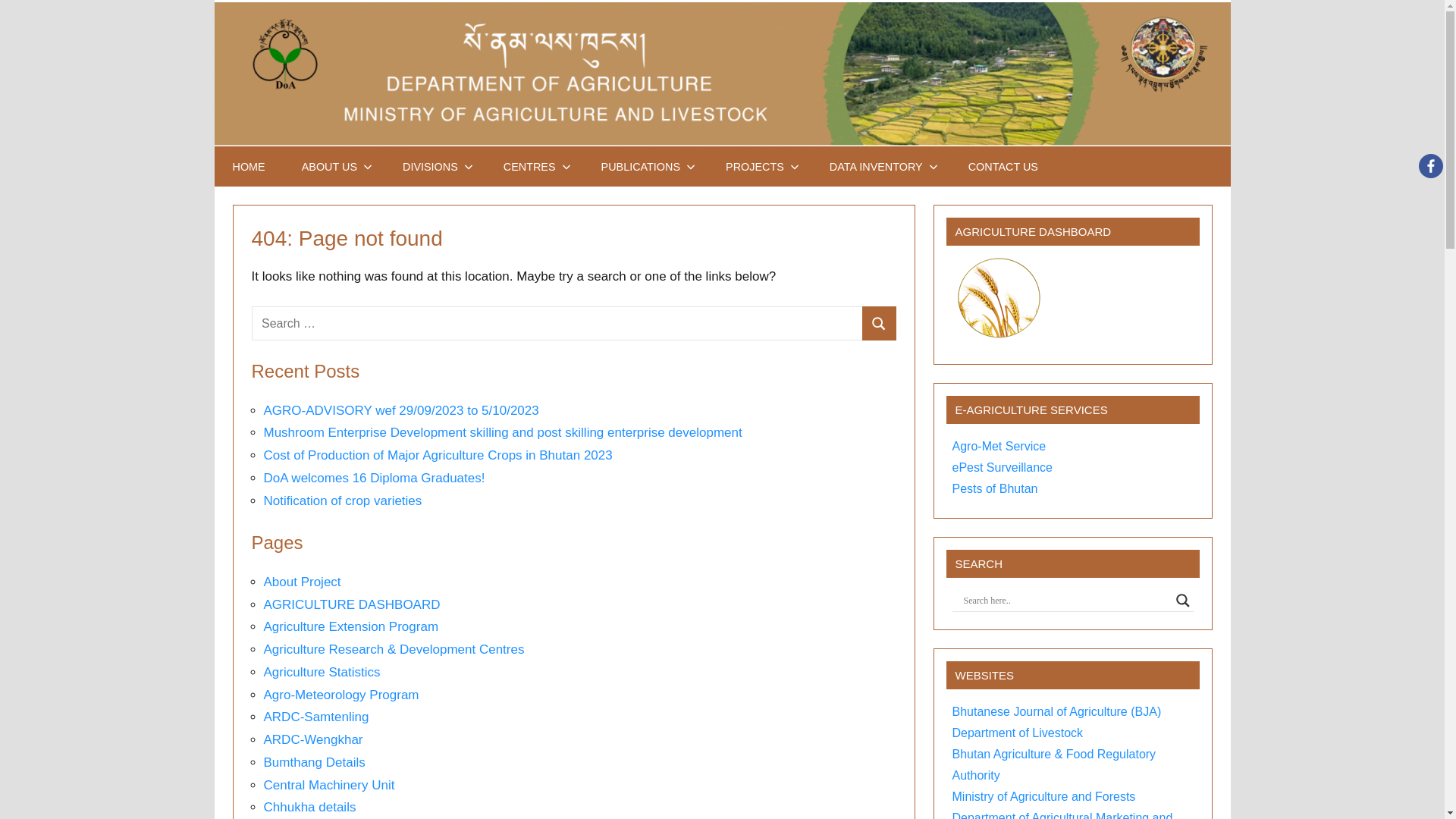  What do you see at coordinates (342, 500) in the screenshot?
I see `'Notification of crop varieties'` at bounding box center [342, 500].